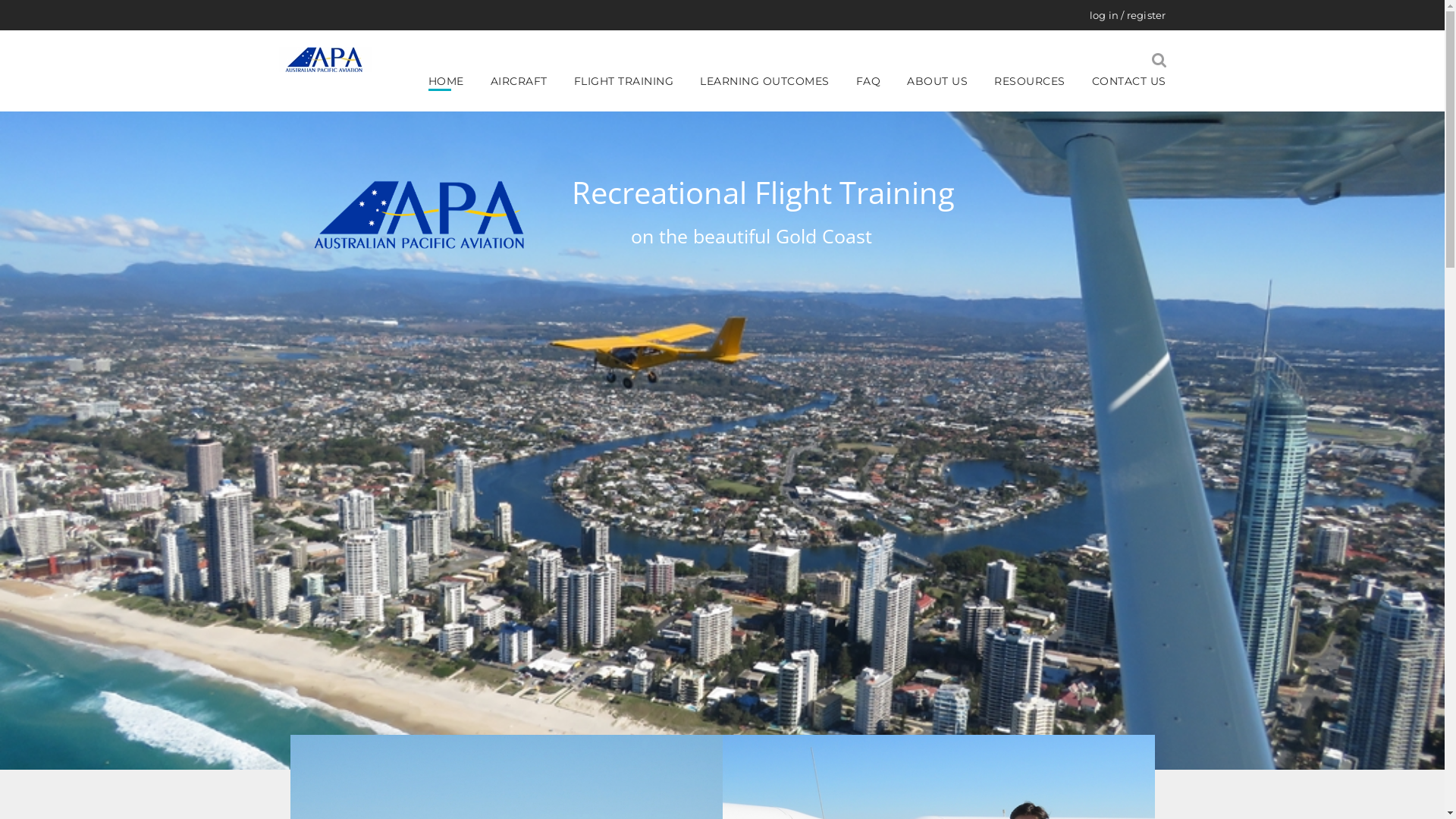 This screenshot has height=819, width=1456. What do you see at coordinates (774, 81) in the screenshot?
I see `'LEARNING OUTCOMES'` at bounding box center [774, 81].